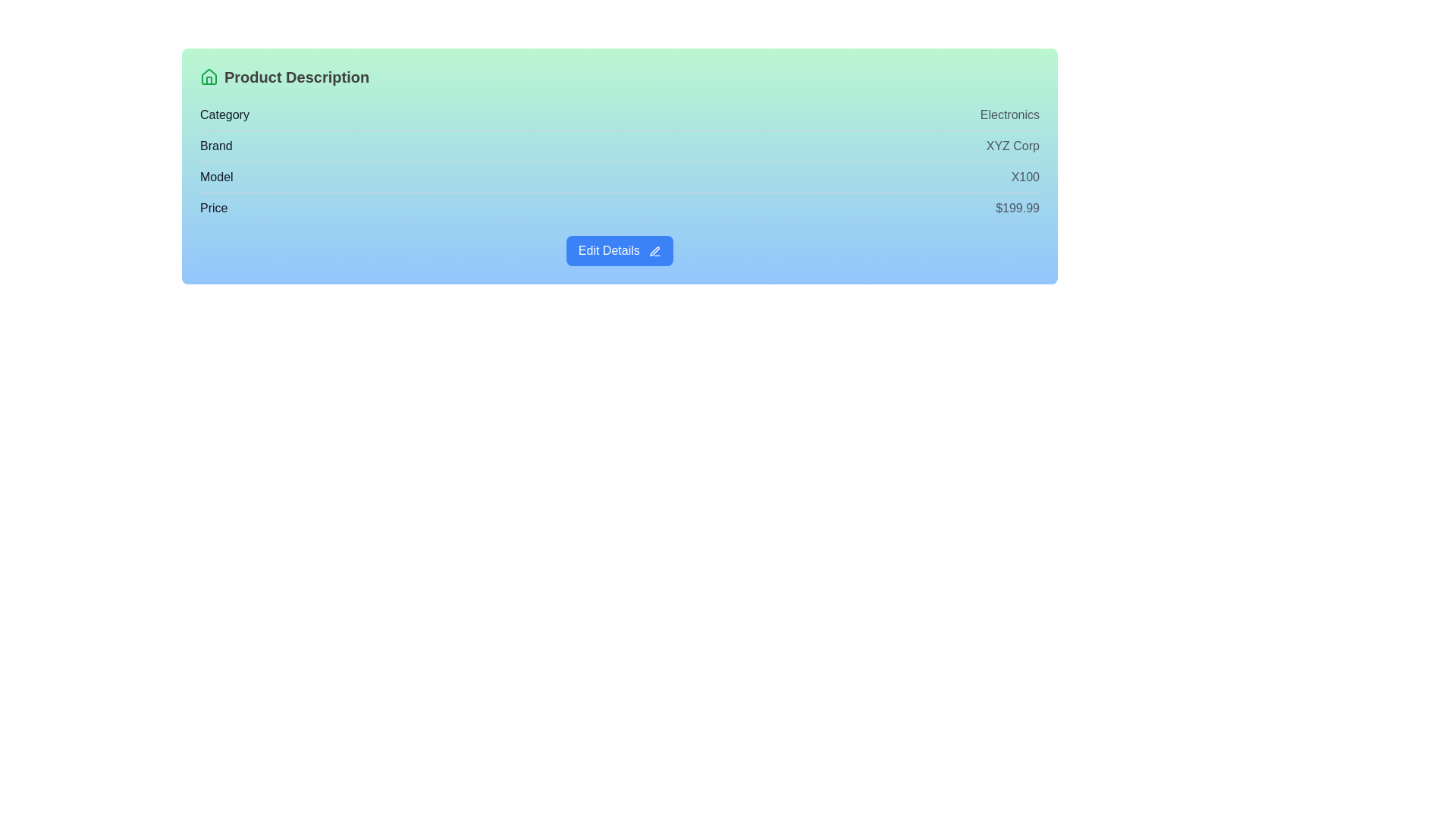  Describe the element at coordinates (215, 177) in the screenshot. I see `the label indicating the model of the product located in the left section of the row labeled 'ModelX100' under the header 'Product Description'` at that location.